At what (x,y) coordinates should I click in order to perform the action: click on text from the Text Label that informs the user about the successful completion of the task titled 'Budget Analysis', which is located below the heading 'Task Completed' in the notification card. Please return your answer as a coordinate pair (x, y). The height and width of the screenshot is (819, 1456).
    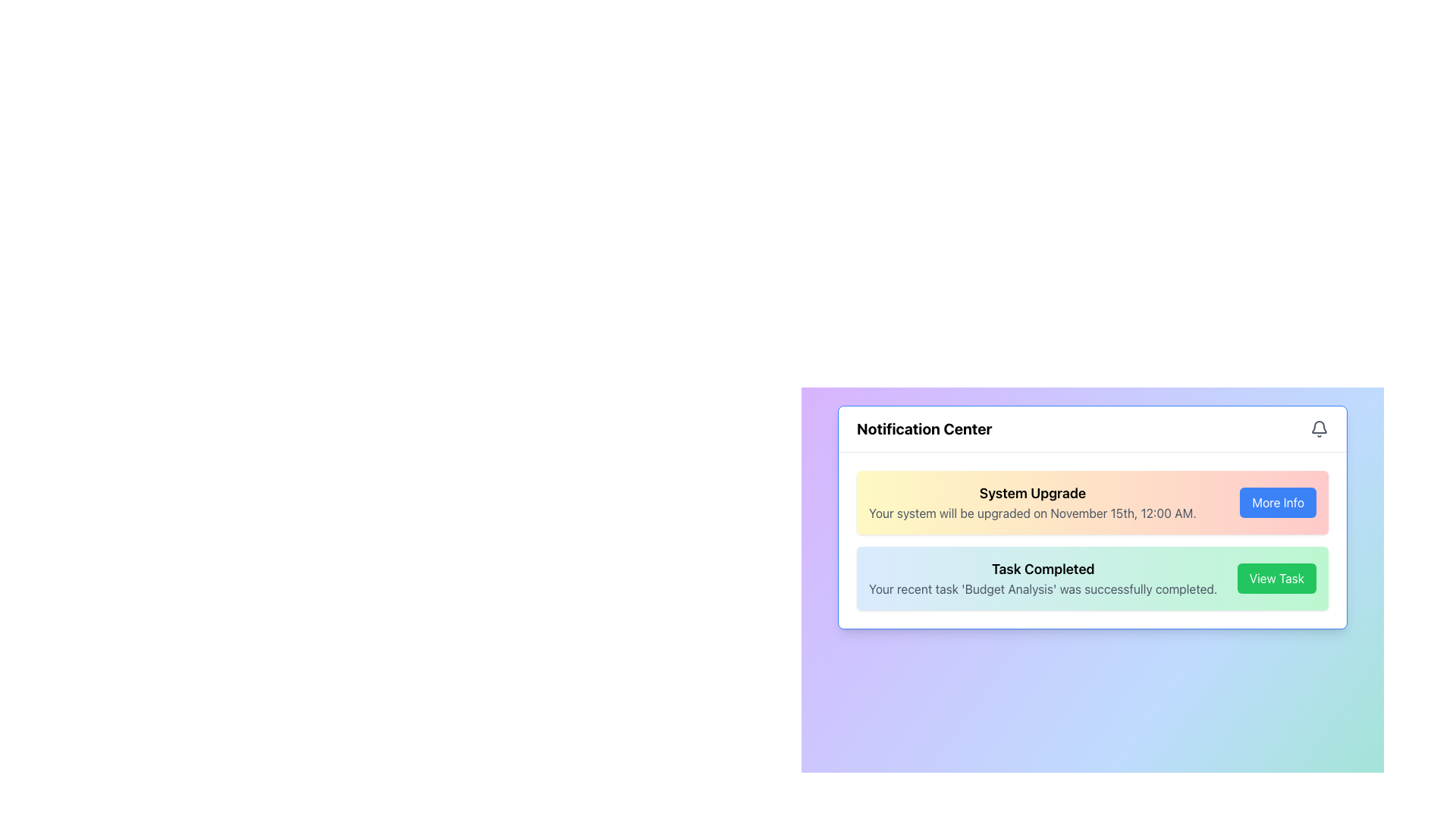
    Looking at the image, I should click on (1042, 588).